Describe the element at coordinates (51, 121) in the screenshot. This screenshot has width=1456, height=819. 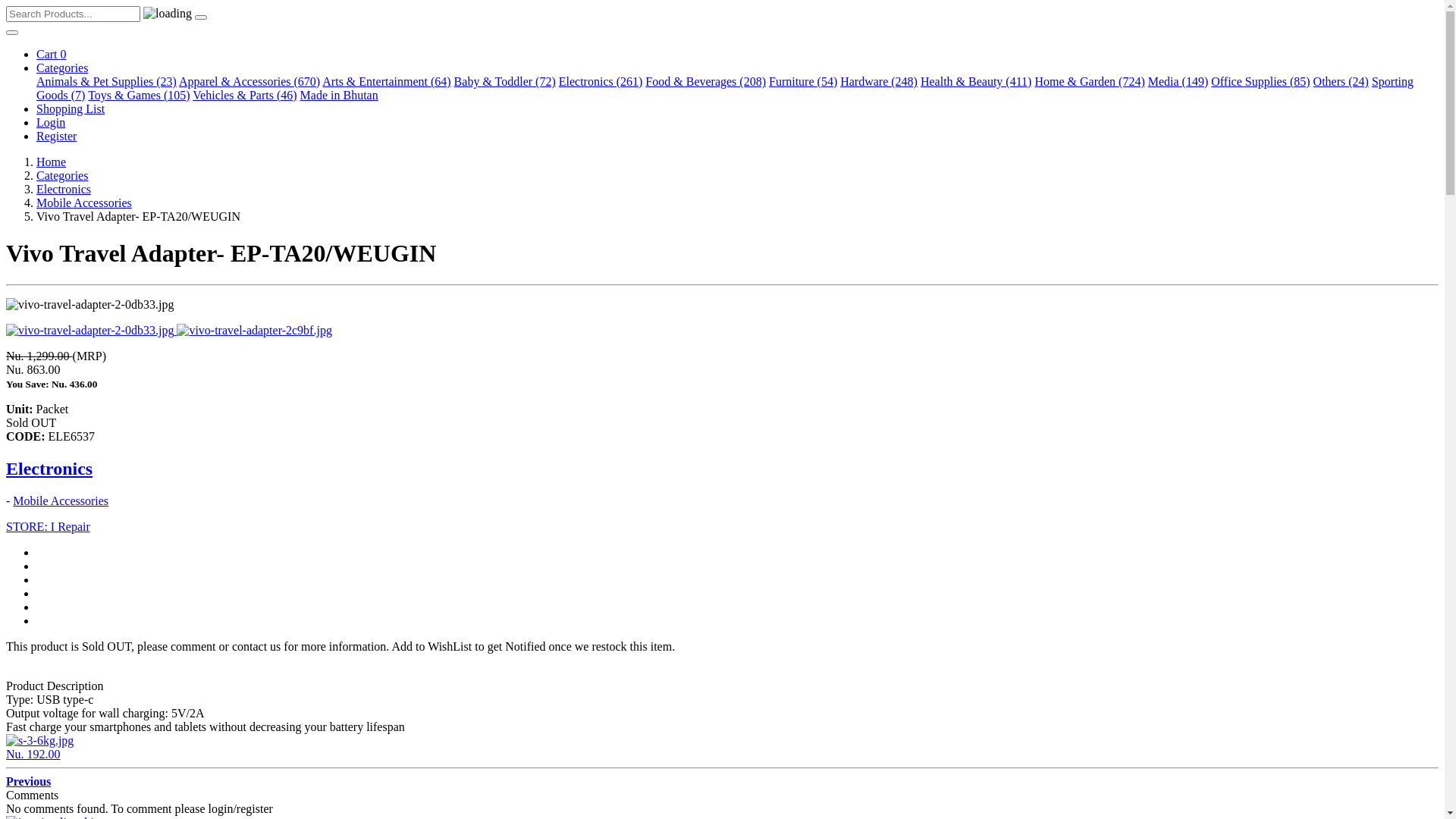
I see `'Login'` at that location.